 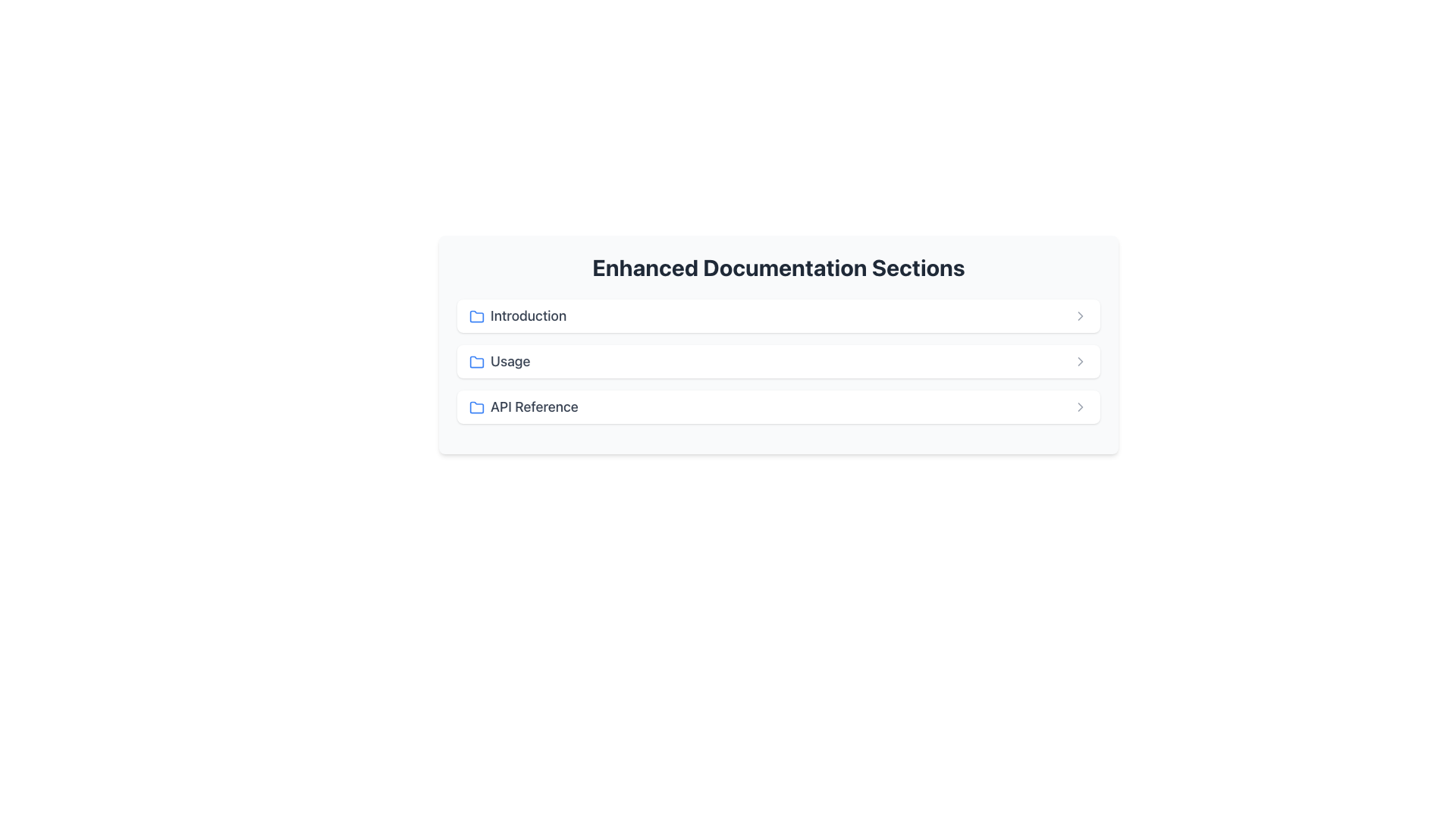 I want to click on the right-pointing arrow icon located at the far right of the 'API Reference' entry, so click(x=1080, y=406).